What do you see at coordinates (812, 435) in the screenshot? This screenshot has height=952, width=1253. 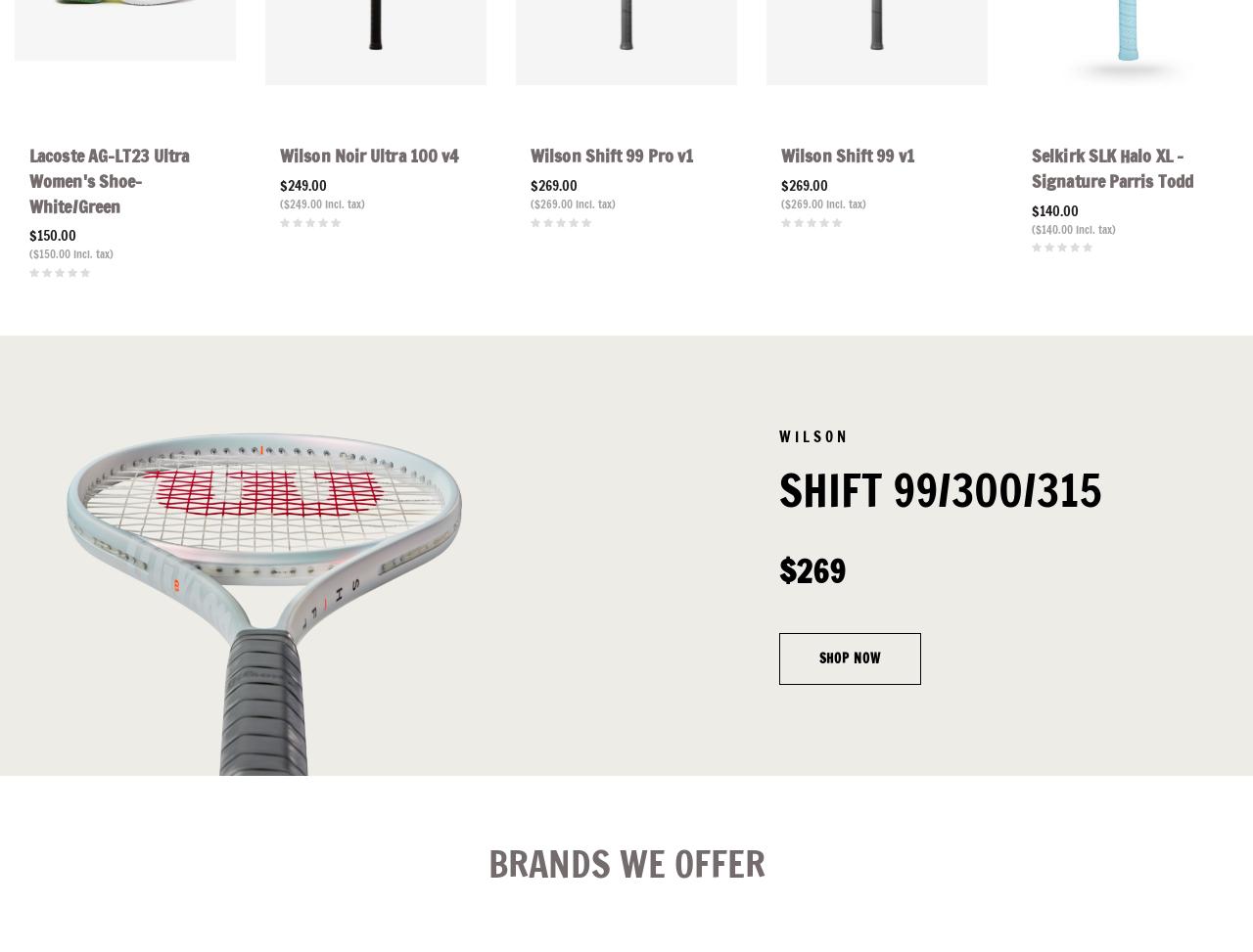 I see `'WILSON'` at bounding box center [812, 435].